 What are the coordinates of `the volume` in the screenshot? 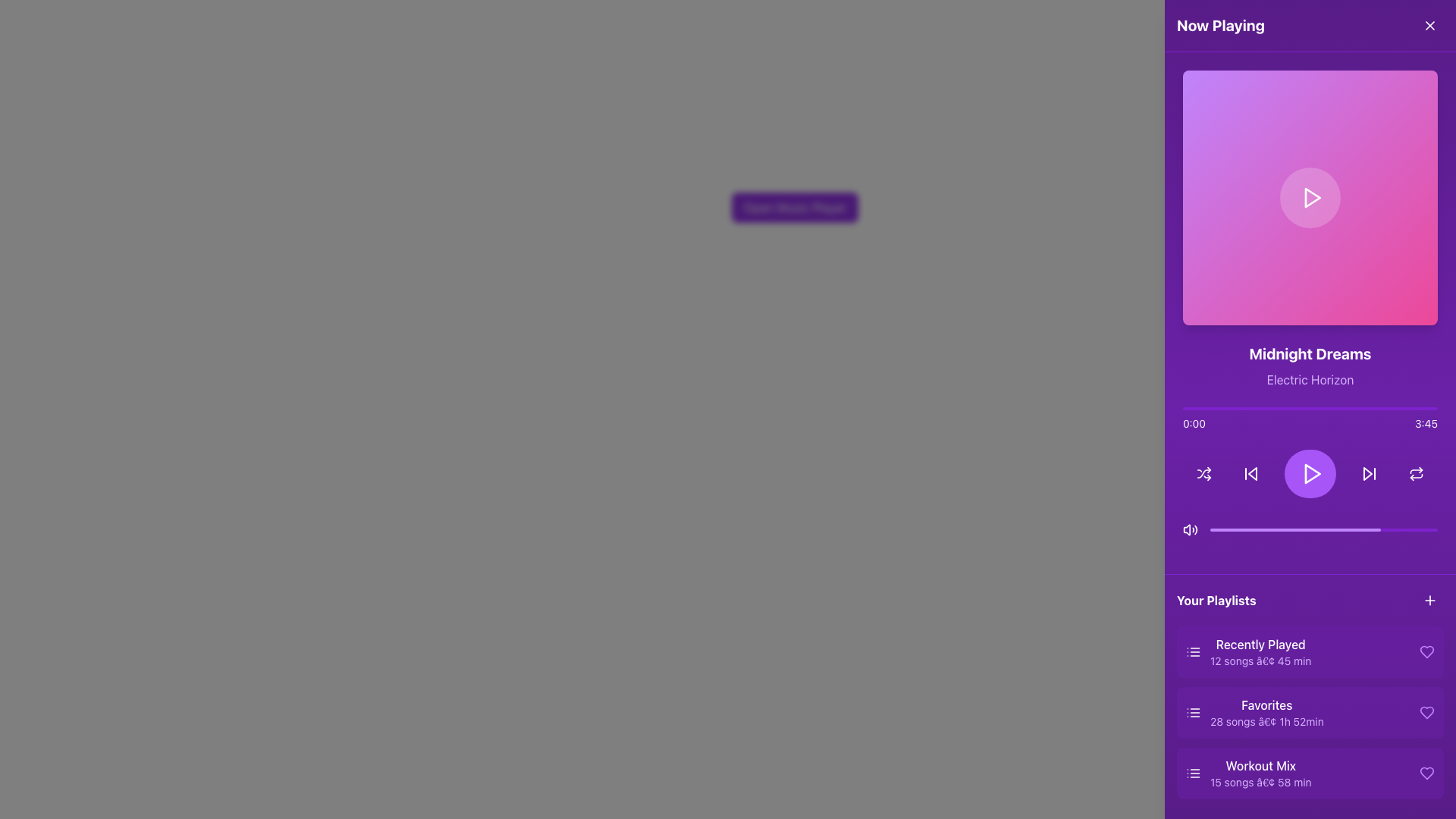 It's located at (1307, 529).